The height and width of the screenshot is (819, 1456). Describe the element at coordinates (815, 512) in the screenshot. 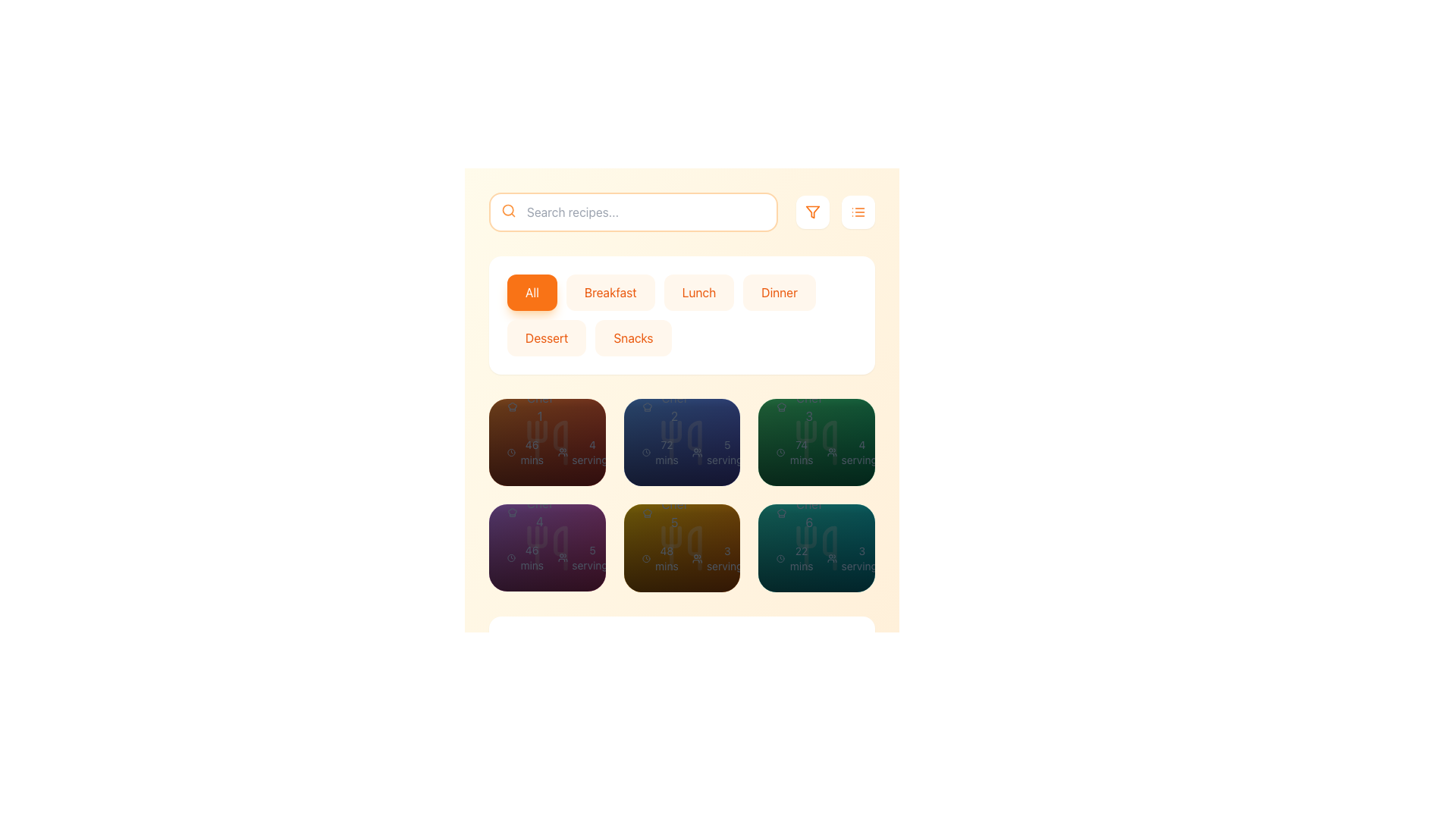

I see `the recipe Card located in the bottom row of the grid` at that location.